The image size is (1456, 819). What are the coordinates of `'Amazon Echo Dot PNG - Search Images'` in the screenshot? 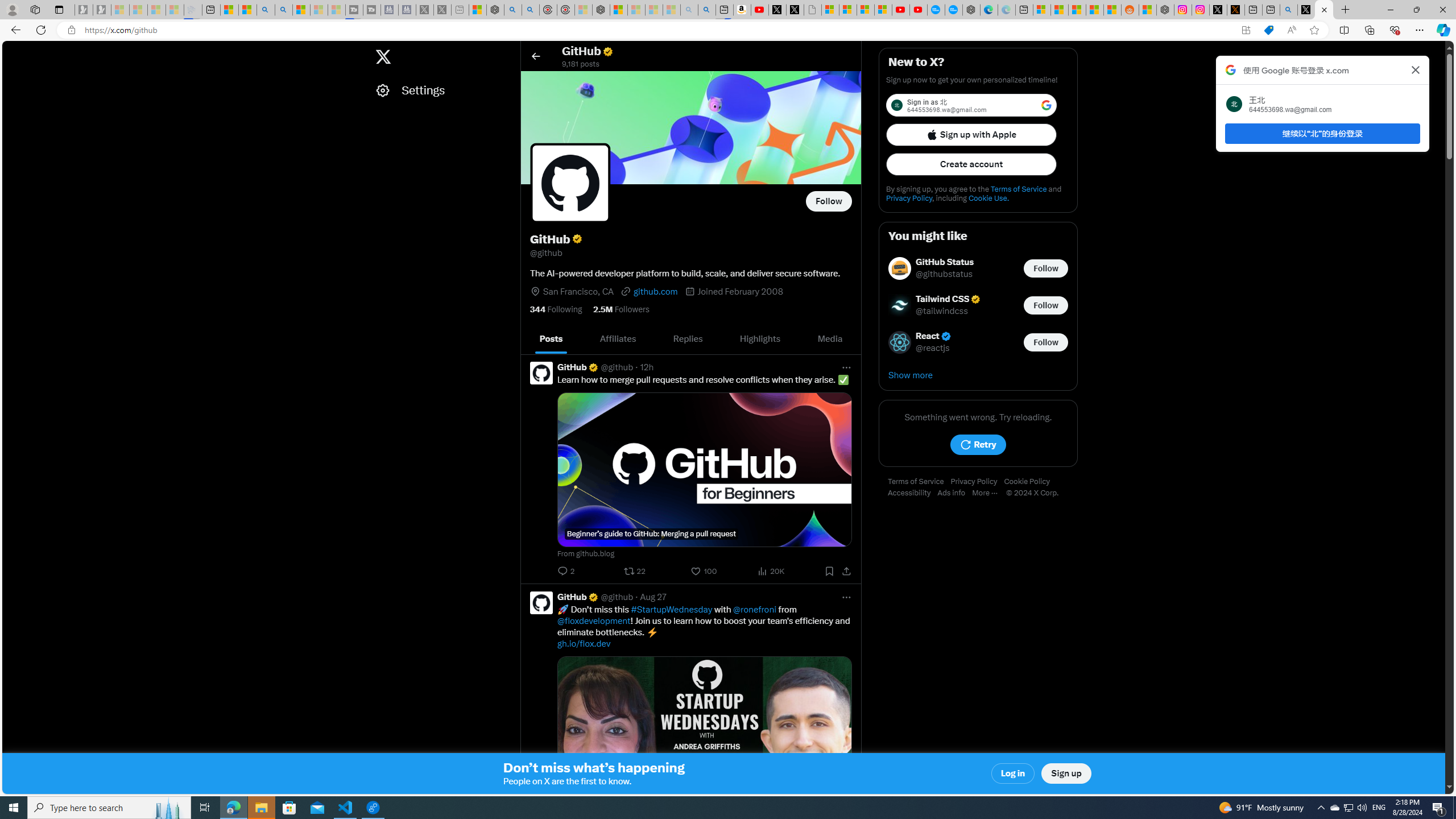 It's located at (706, 9).